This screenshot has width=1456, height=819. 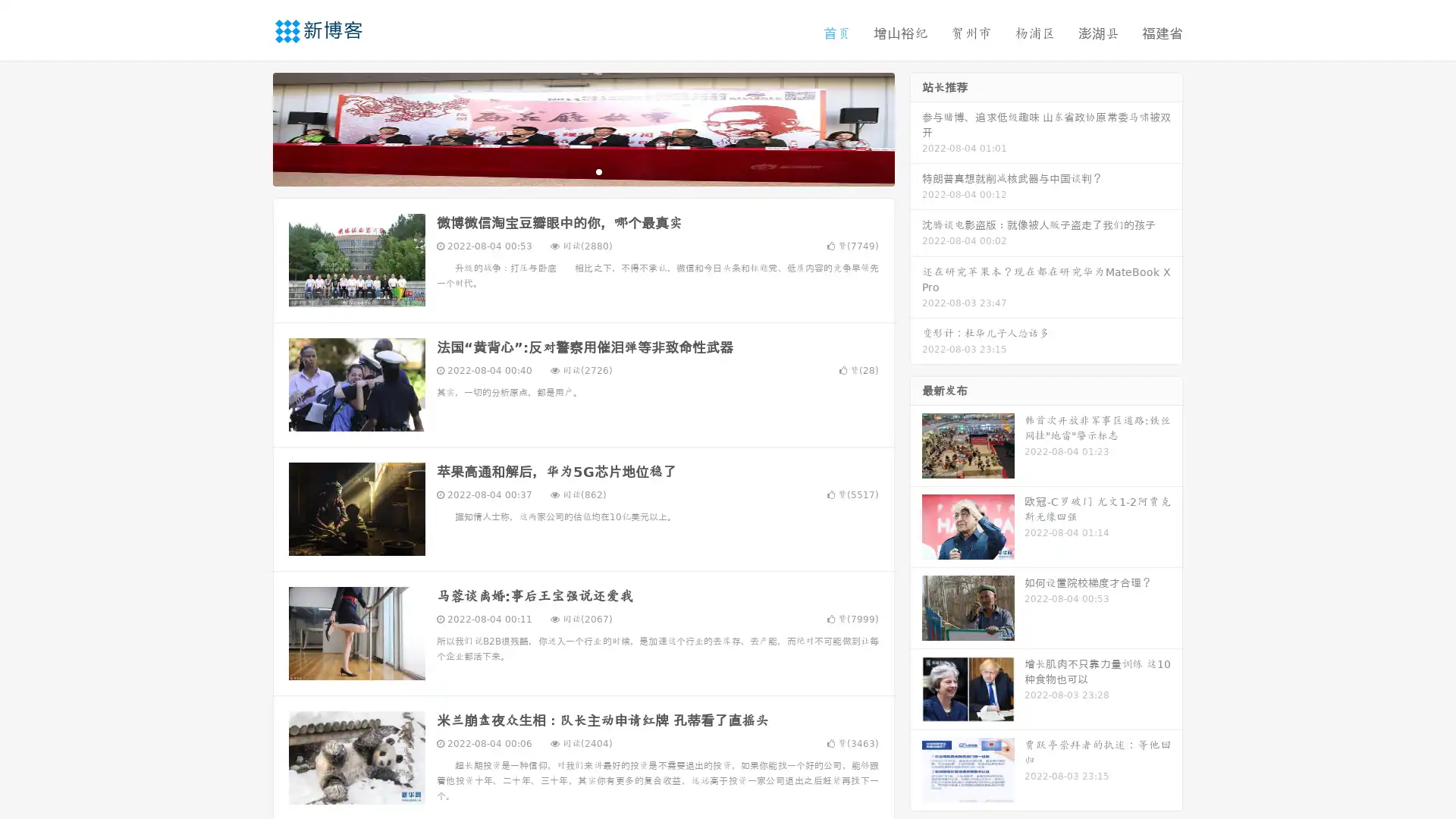 What do you see at coordinates (598, 171) in the screenshot?
I see `Go to slide 3` at bounding box center [598, 171].